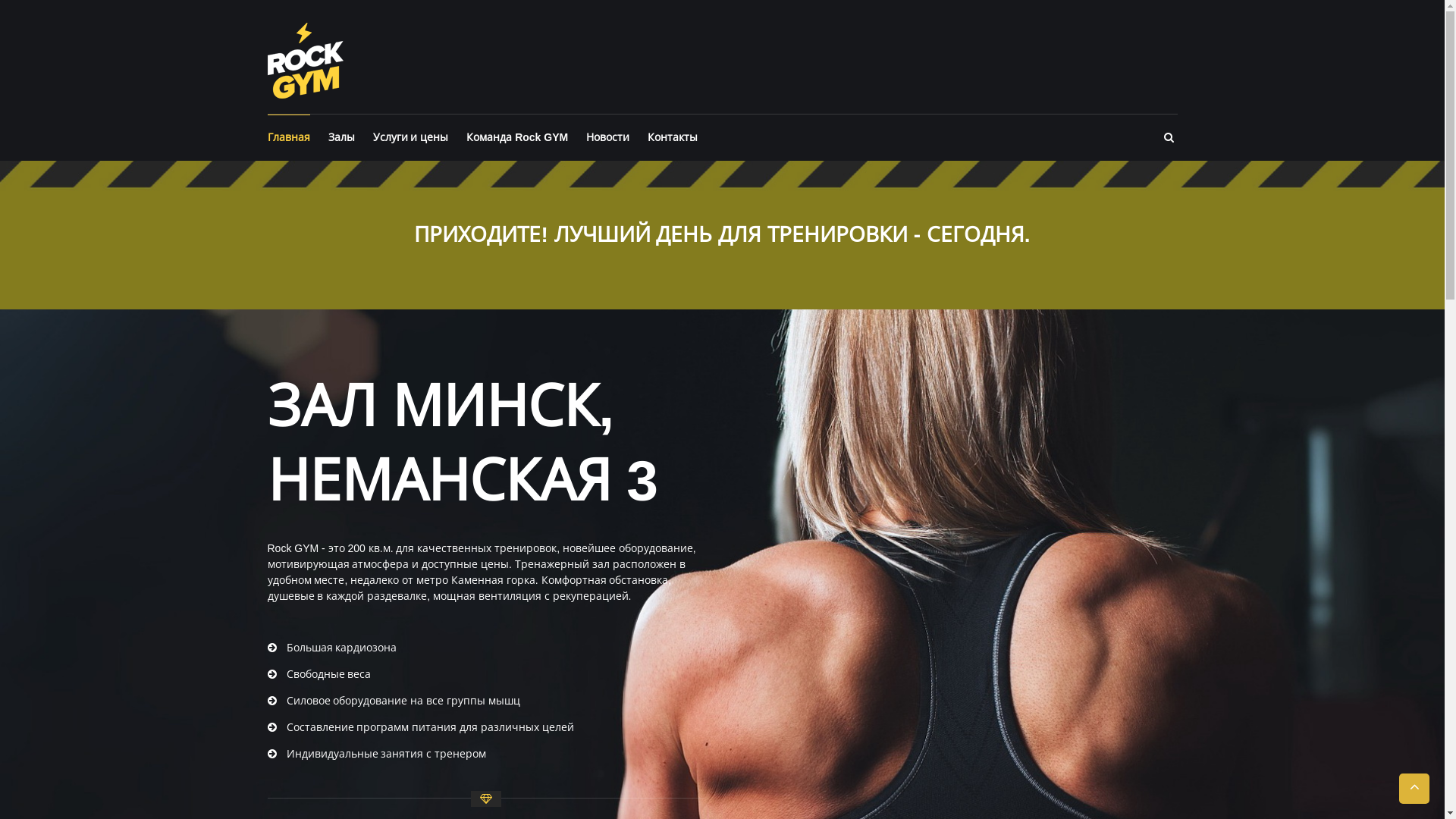 Image resolution: width=1456 pixels, height=819 pixels. What do you see at coordinates (304, 58) in the screenshot?
I see `'Rock GYM'` at bounding box center [304, 58].